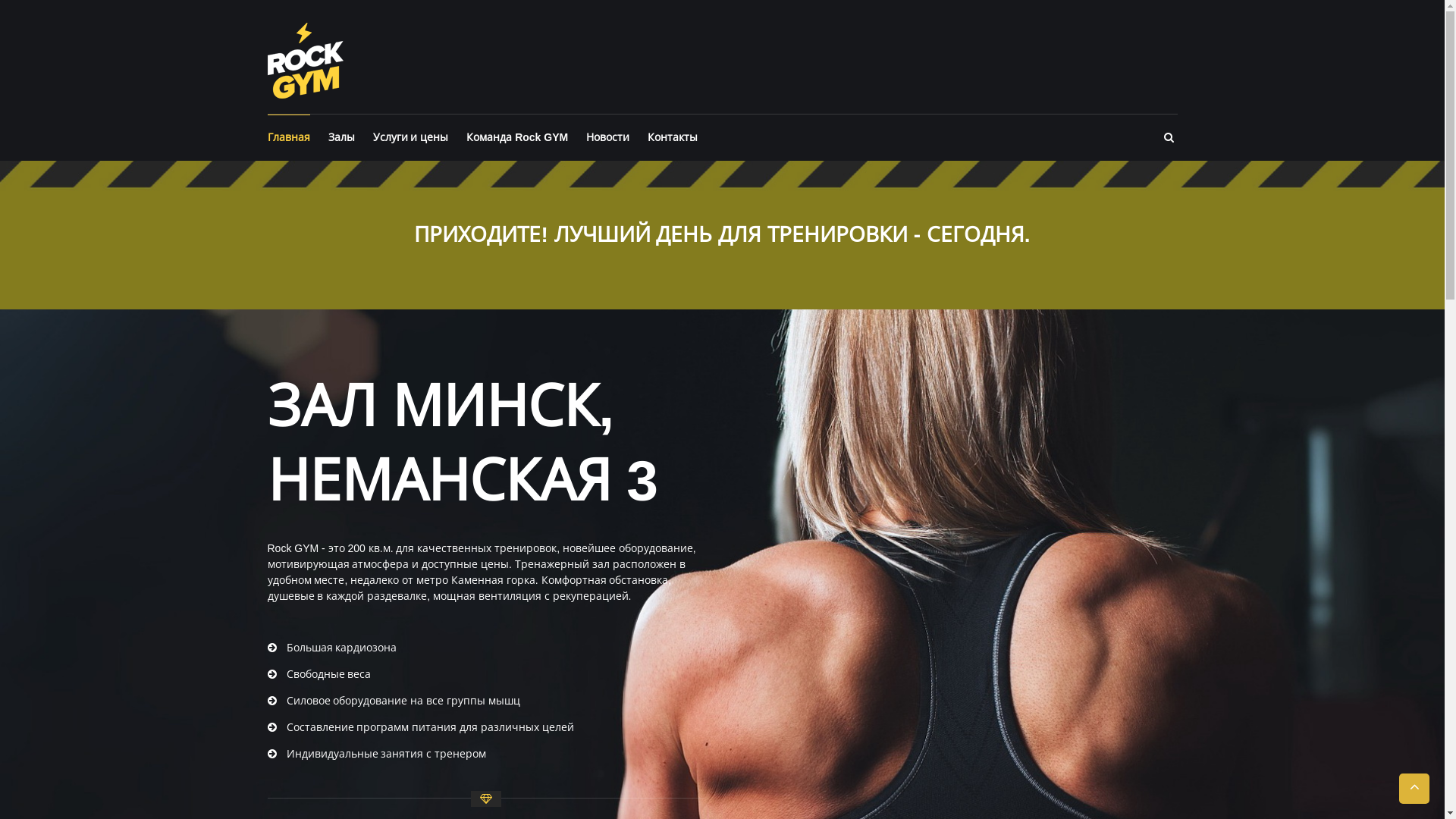 Image resolution: width=1456 pixels, height=819 pixels. What do you see at coordinates (304, 58) in the screenshot?
I see `'Rock GYM'` at bounding box center [304, 58].